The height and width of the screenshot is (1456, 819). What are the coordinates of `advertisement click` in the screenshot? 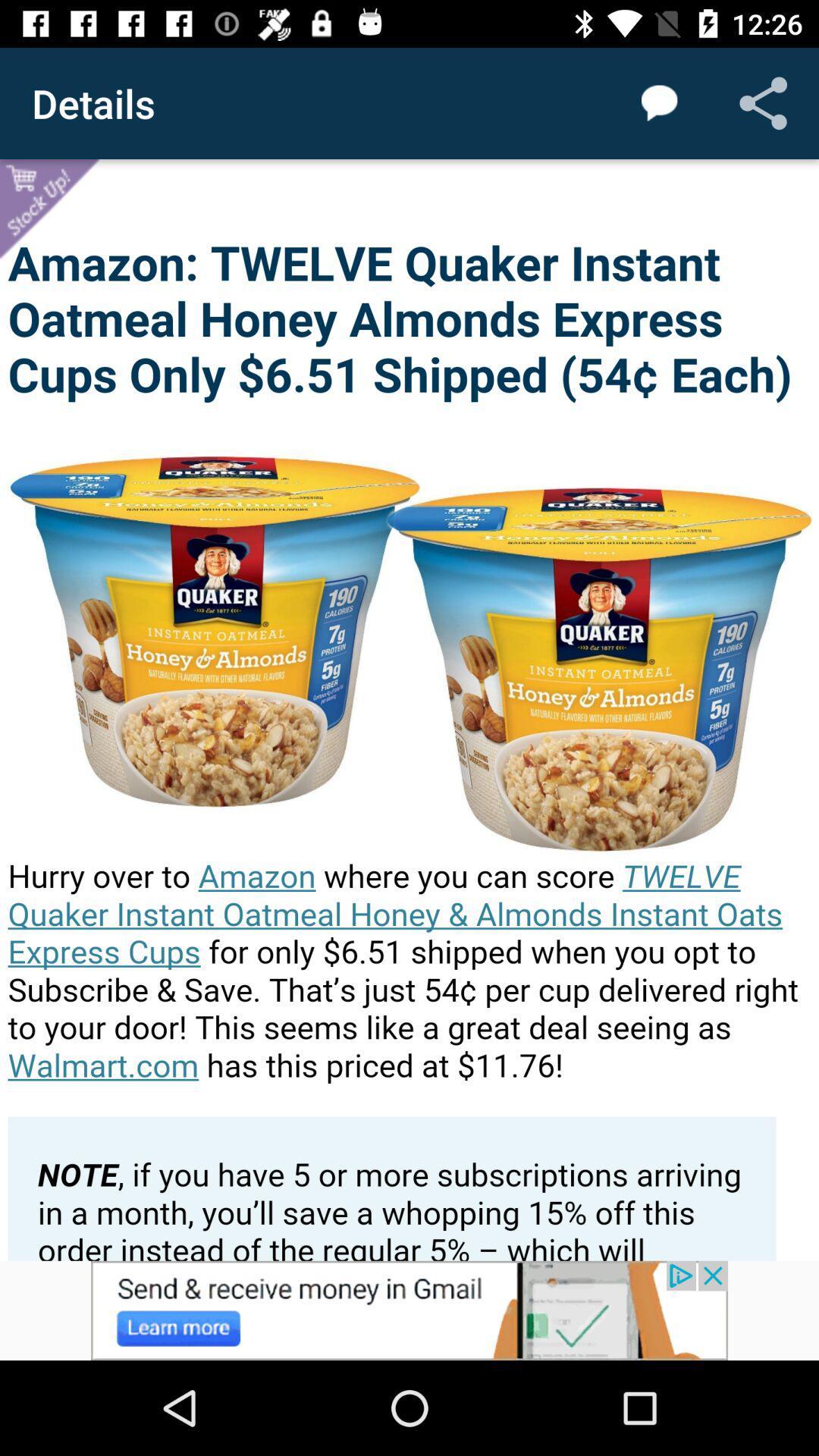 It's located at (409, 1310).